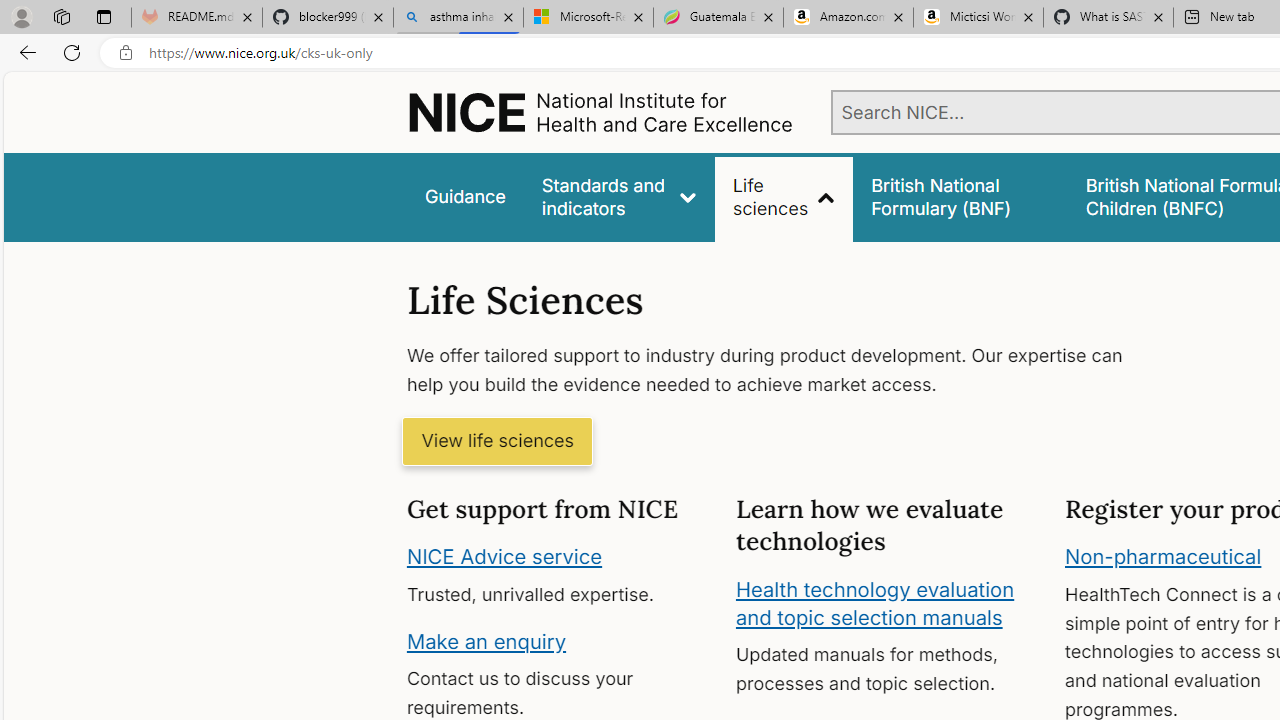  Describe the element at coordinates (504, 557) in the screenshot. I see `'NICE Advice service'` at that location.